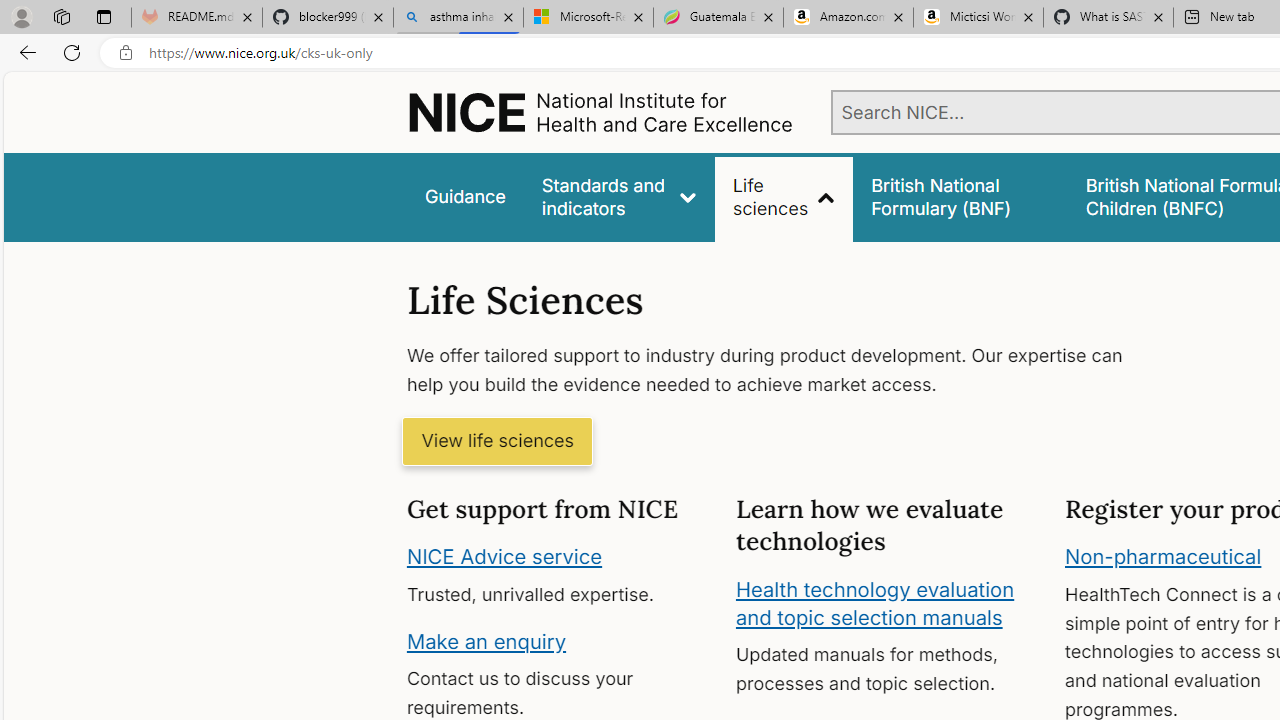  Describe the element at coordinates (504, 557) in the screenshot. I see `'NICE Advice service'` at that location.